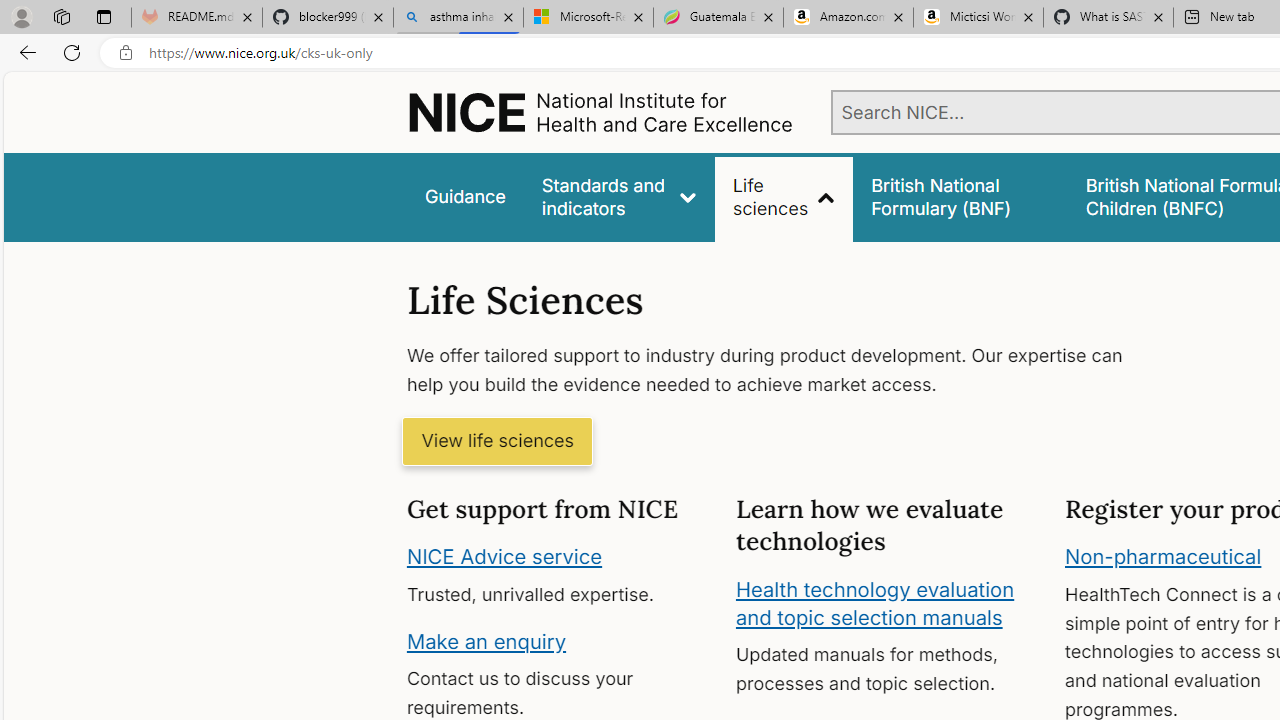  Describe the element at coordinates (504, 557) in the screenshot. I see `'NICE Advice service'` at that location.